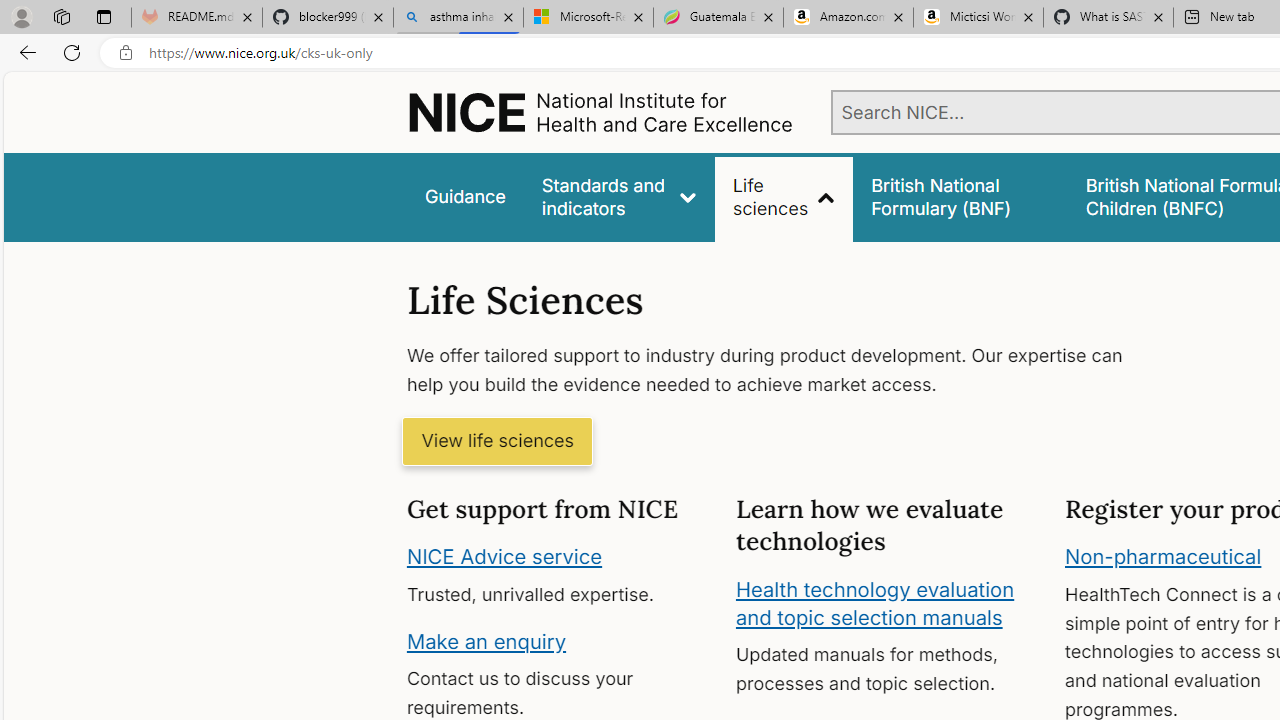  Describe the element at coordinates (504, 557) in the screenshot. I see `'NICE Advice service'` at that location.